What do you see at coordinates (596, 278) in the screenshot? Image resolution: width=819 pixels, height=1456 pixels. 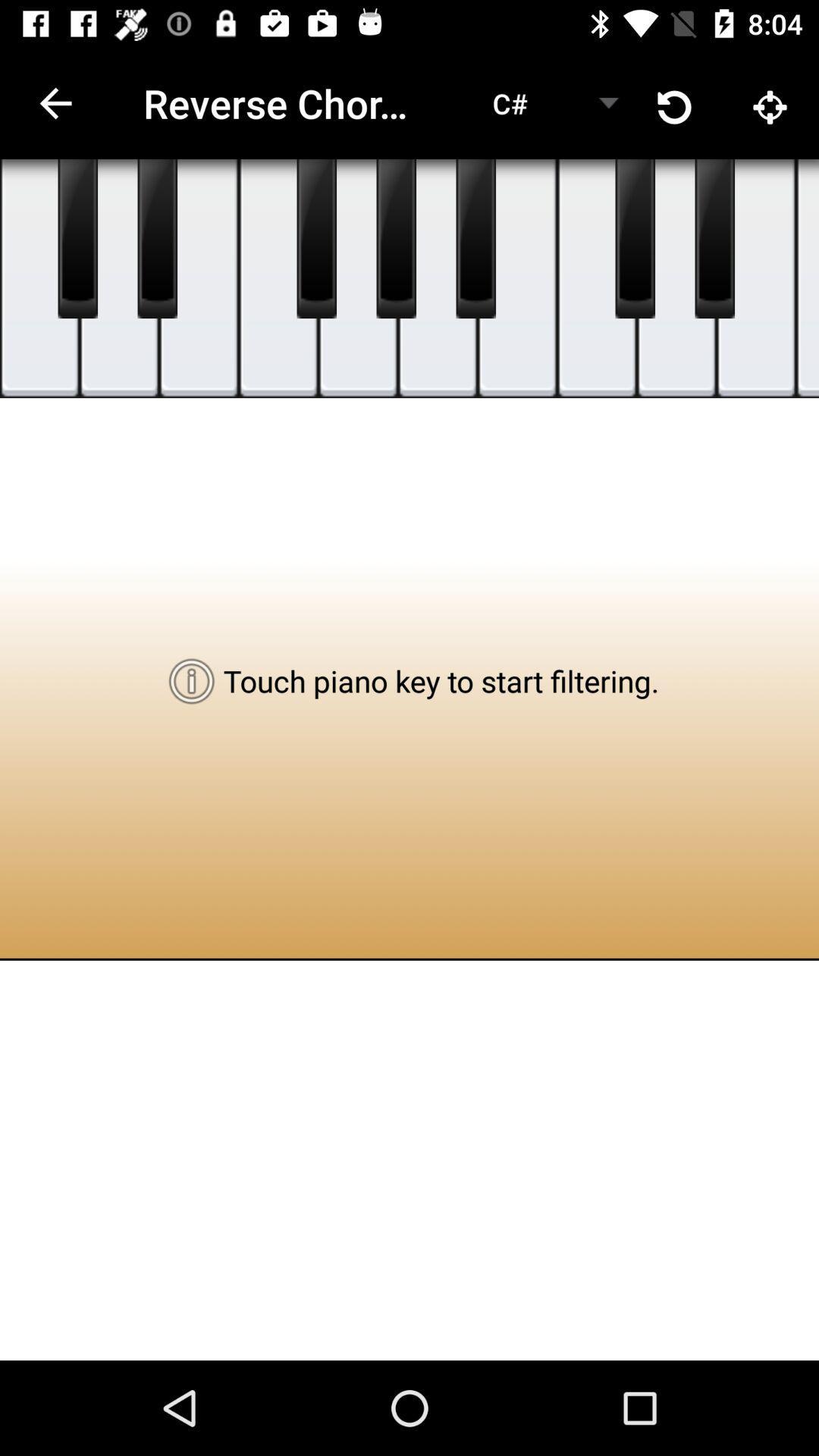 I see `music key` at bounding box center [596, 278].